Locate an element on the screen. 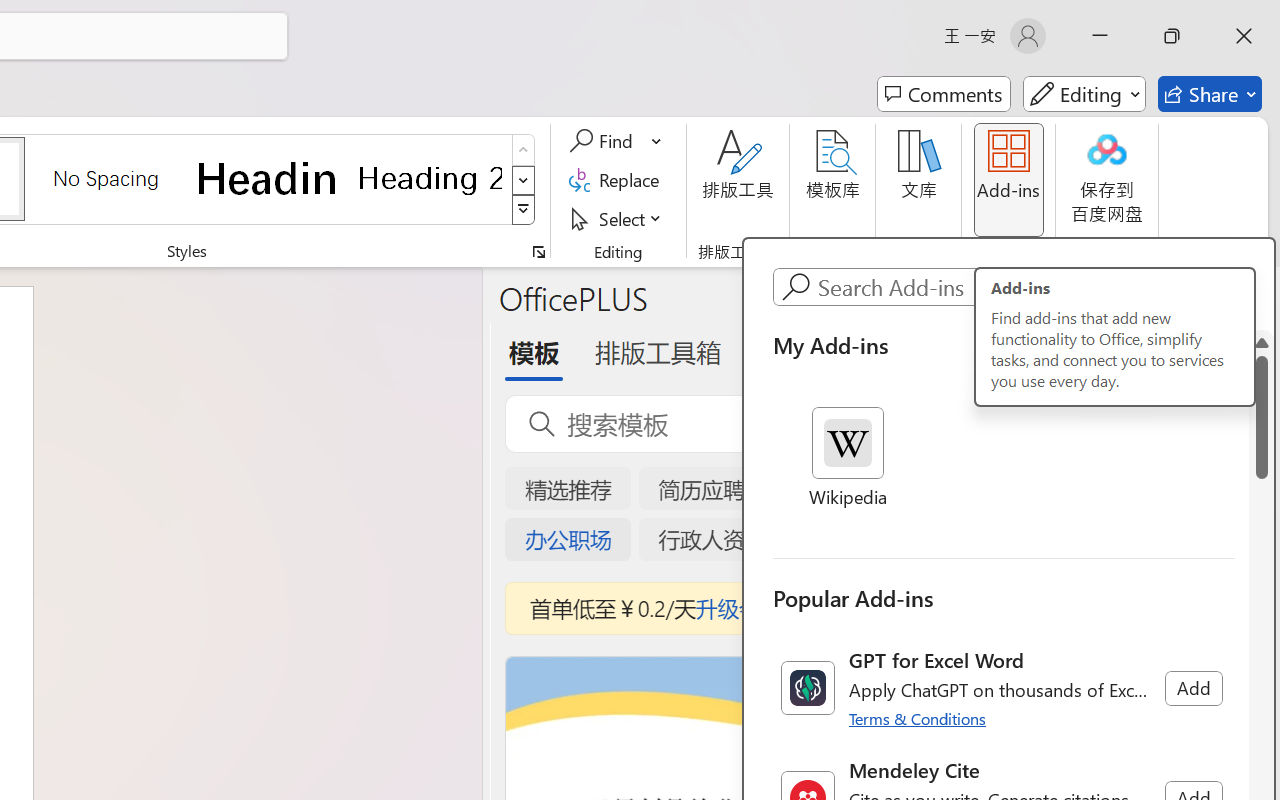 This screenshot has height=800, width=1280. 'Find' is located at coordinates (603, 141).